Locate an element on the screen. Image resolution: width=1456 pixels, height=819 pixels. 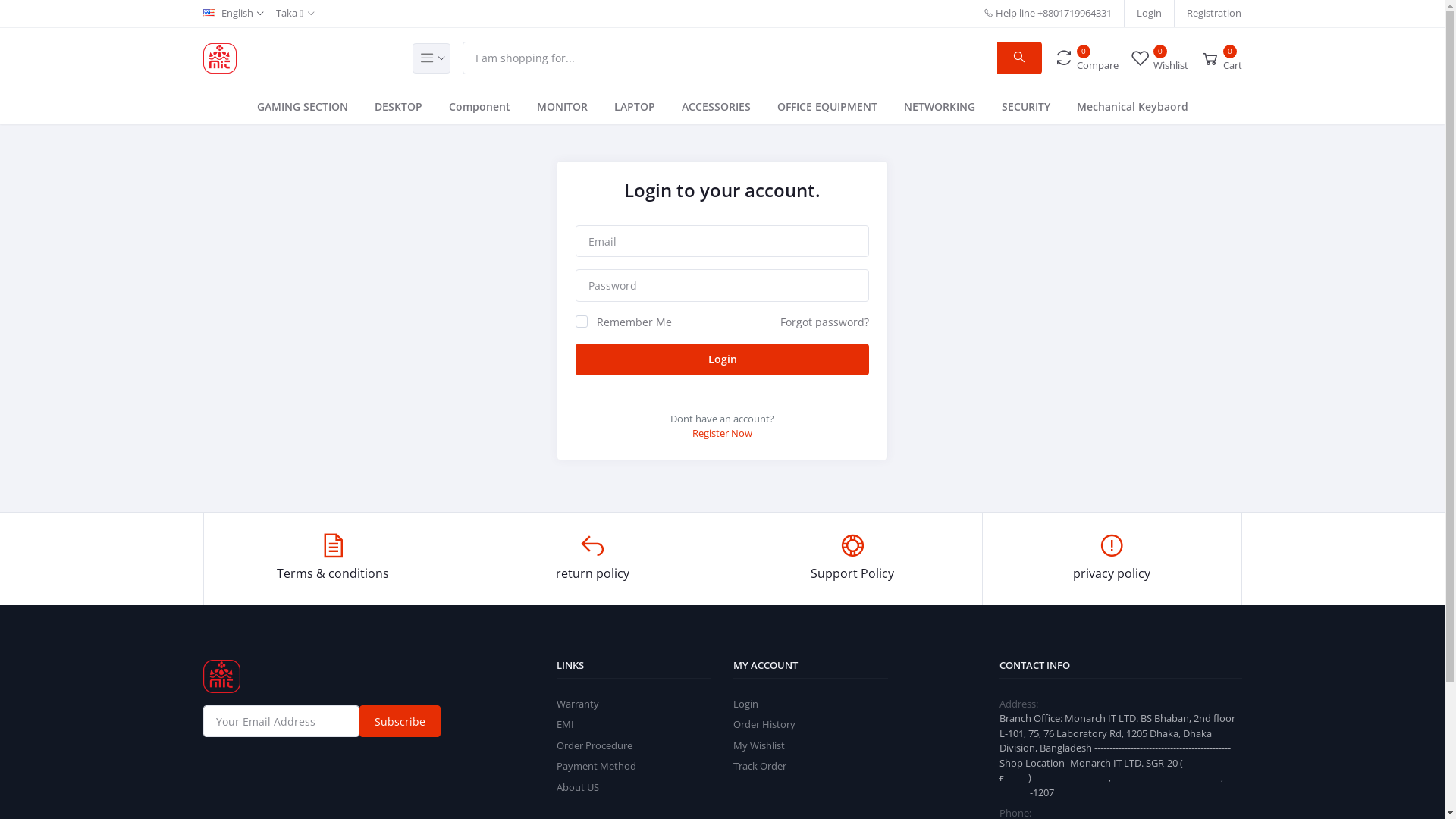
'0 is located at coordinates (1129, 57).